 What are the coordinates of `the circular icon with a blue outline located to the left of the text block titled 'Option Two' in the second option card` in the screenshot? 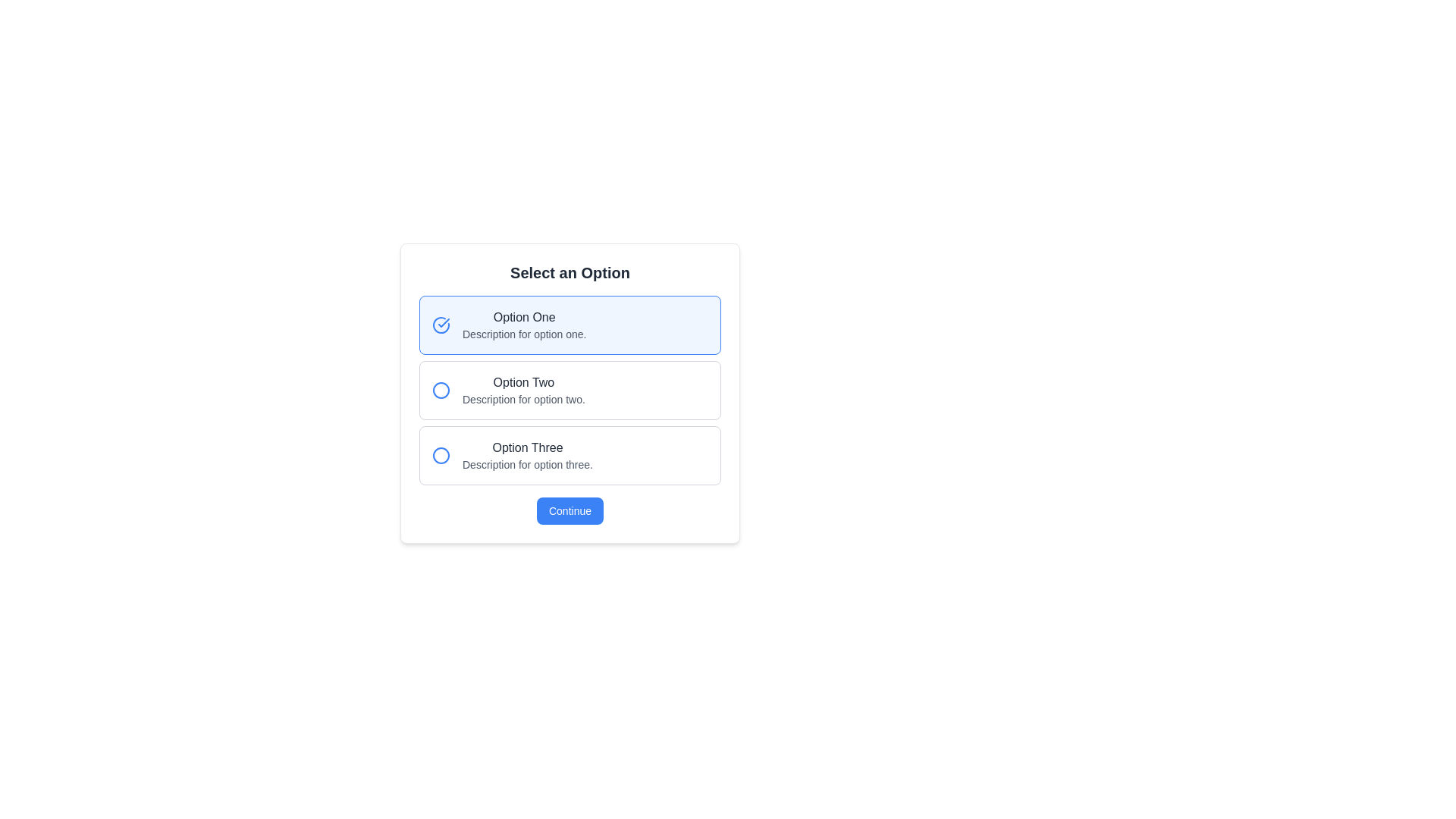 It's located at (440, 390).